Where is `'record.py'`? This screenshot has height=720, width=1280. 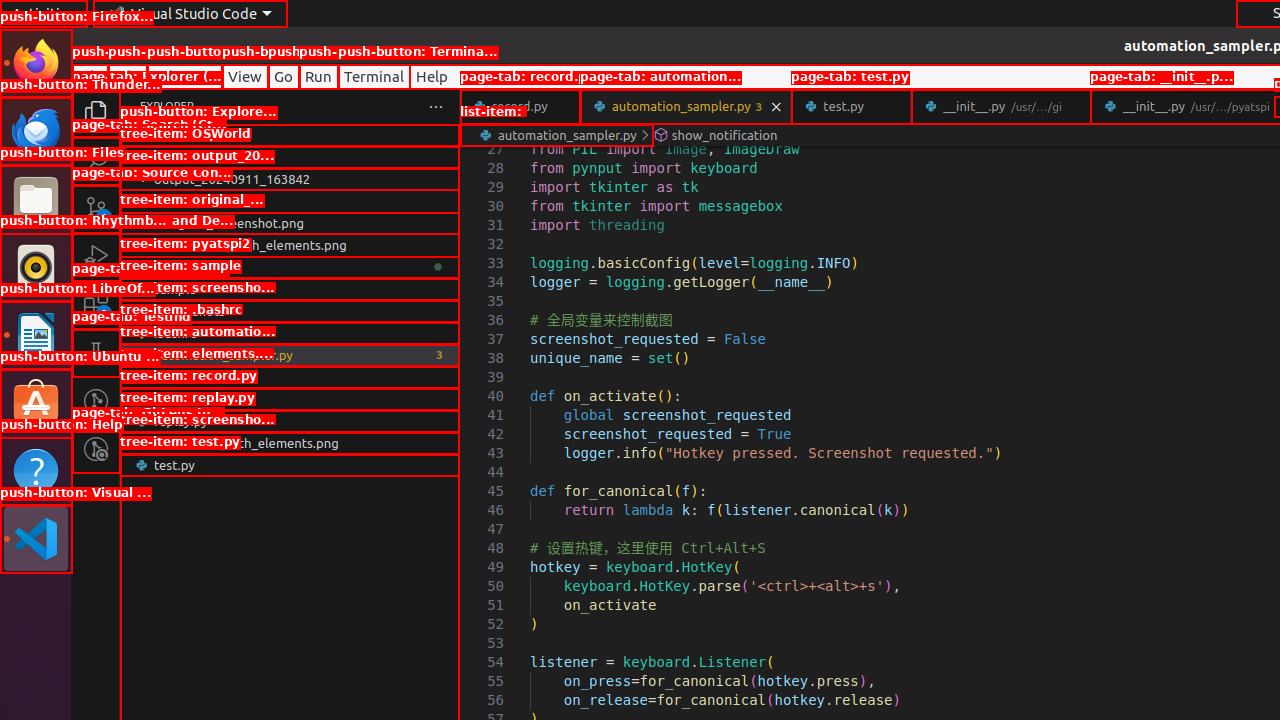
'record.py' is located at coordinates (519, 106).